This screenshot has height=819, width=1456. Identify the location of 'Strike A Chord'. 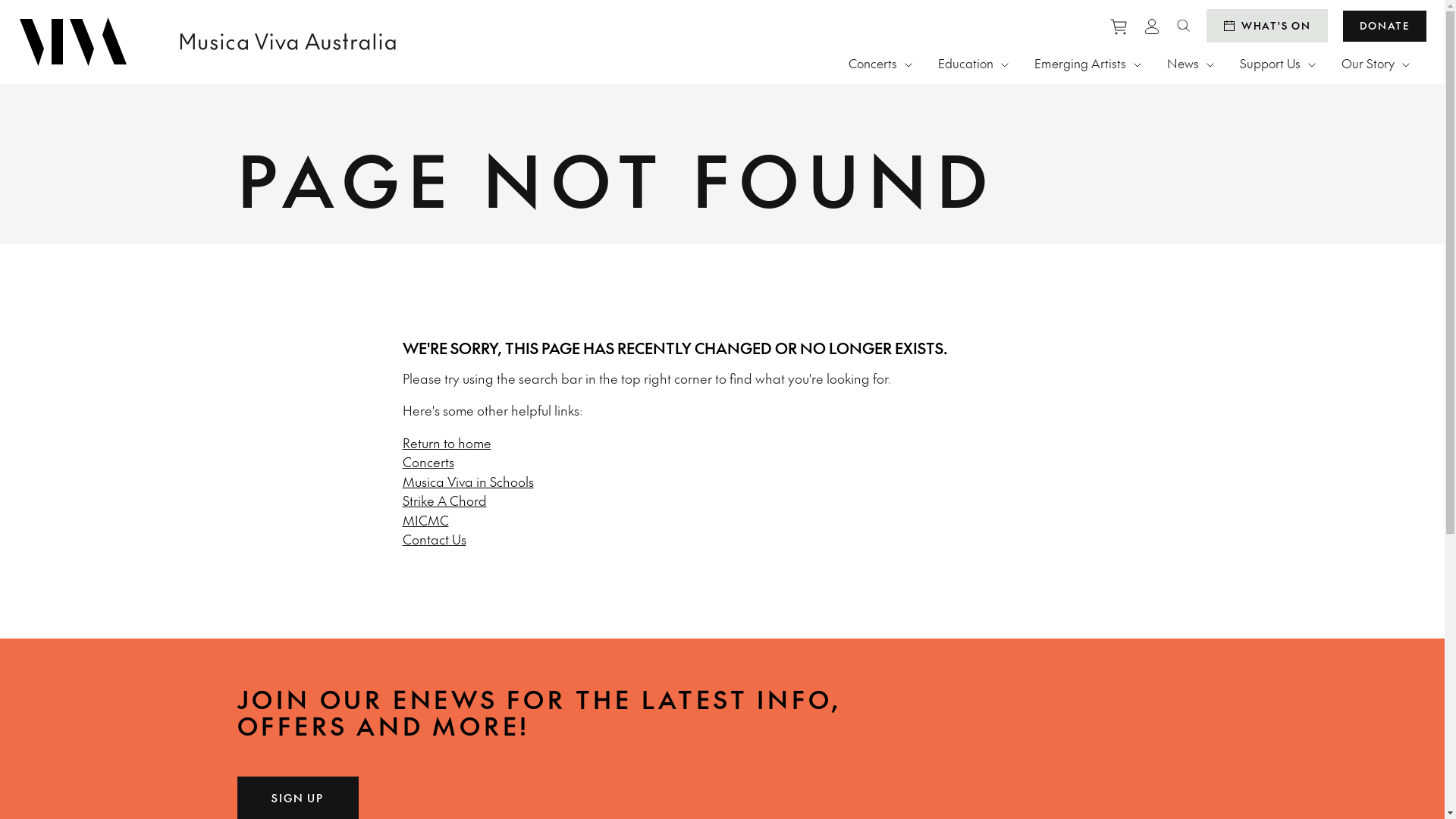
(443, 500).